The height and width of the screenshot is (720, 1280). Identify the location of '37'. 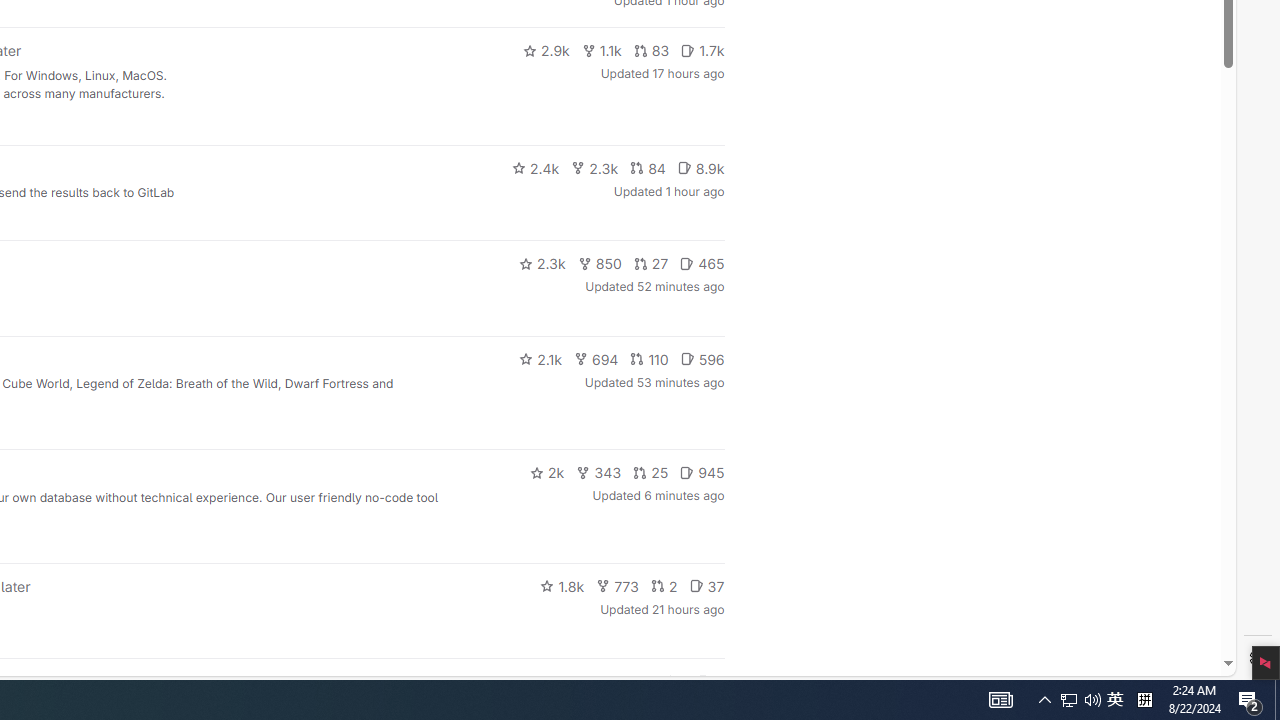
(706, 585).